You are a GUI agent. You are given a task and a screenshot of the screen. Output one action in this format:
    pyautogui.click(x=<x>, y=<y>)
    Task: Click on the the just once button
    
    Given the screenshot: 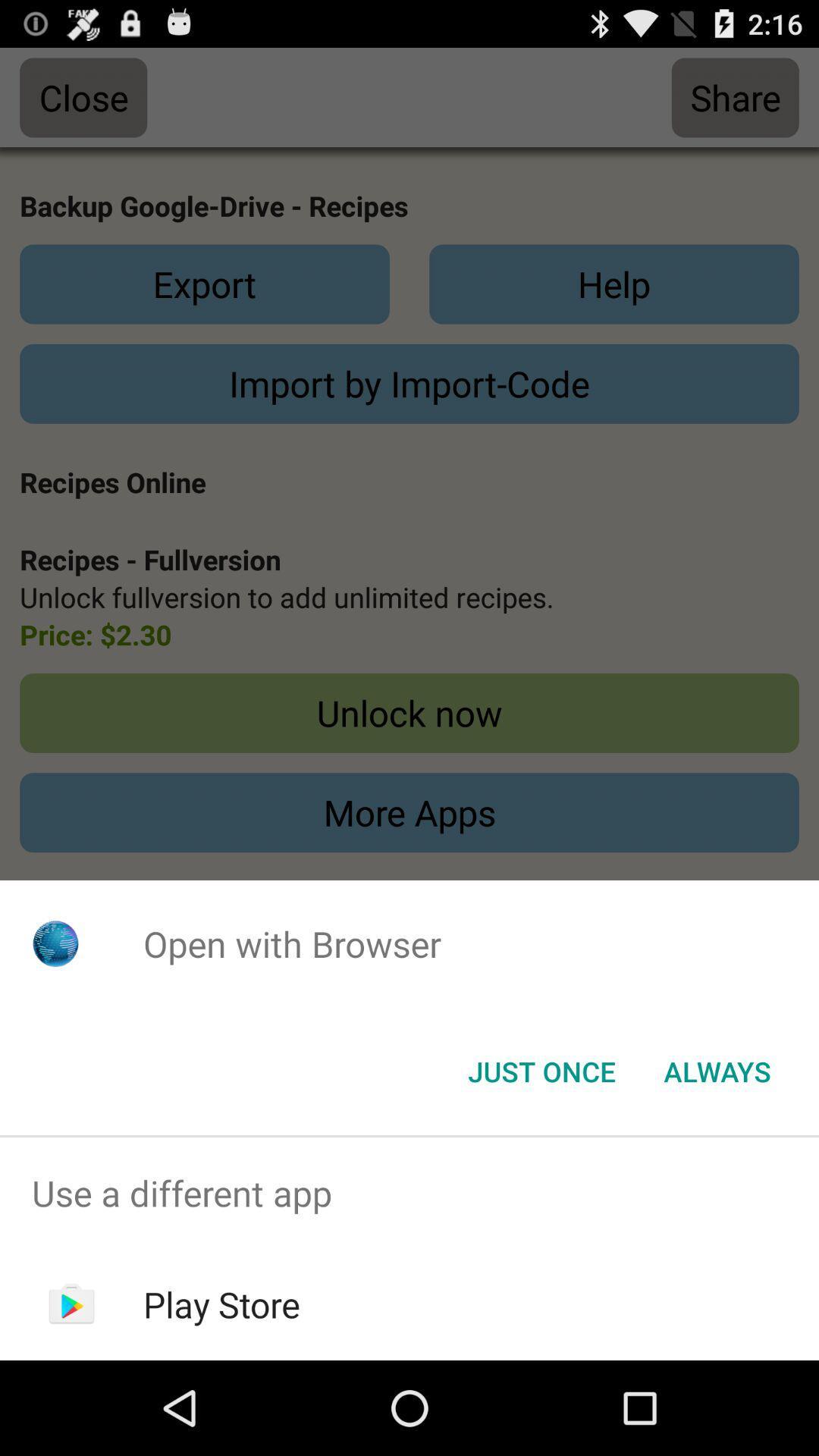 What is the action you would take?
    pyautogui.click(x=541, y=1070)
    